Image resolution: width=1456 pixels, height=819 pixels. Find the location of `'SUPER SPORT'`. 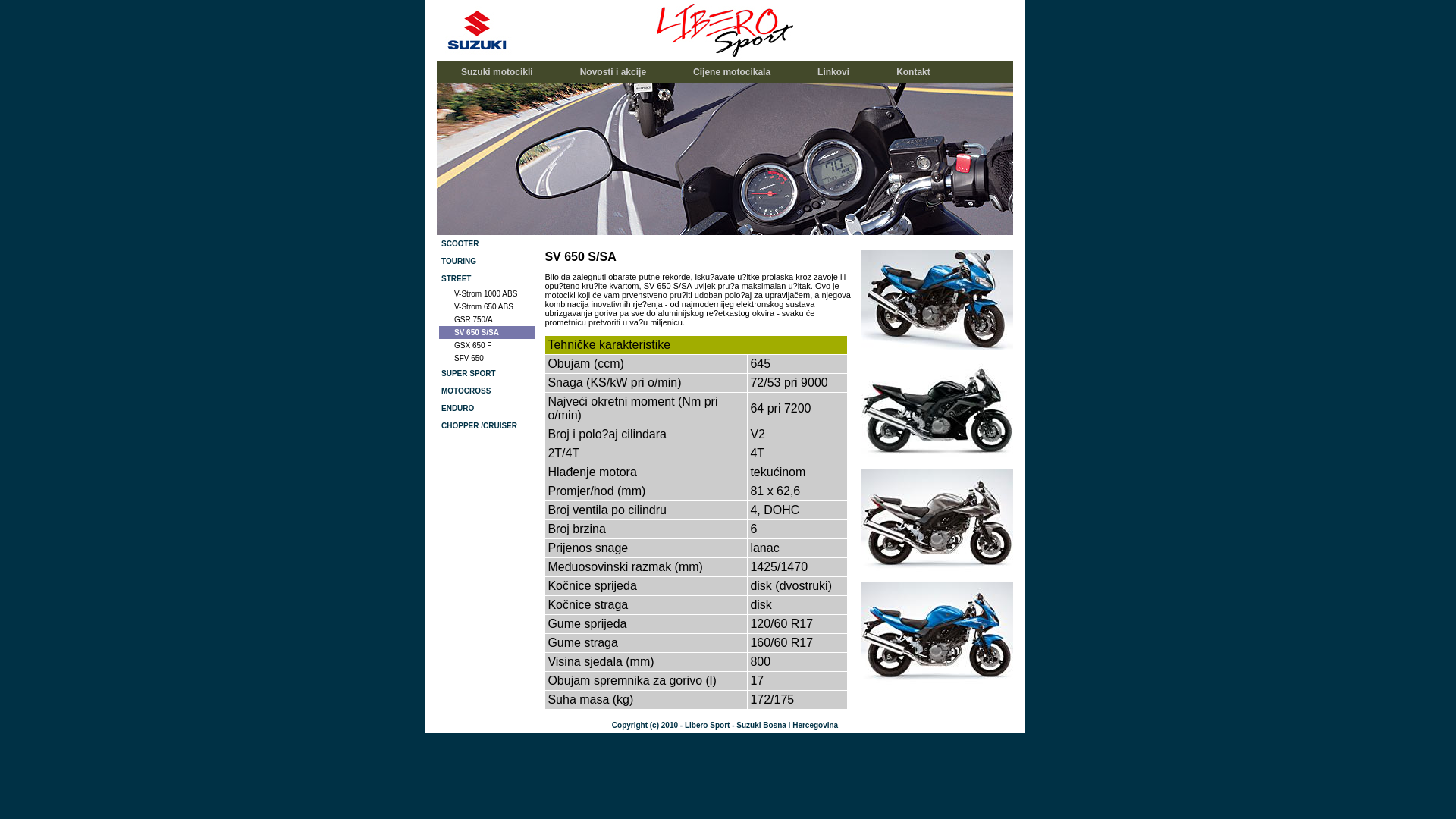

'SUPER SPORT' is located at coordinates (487, 373).